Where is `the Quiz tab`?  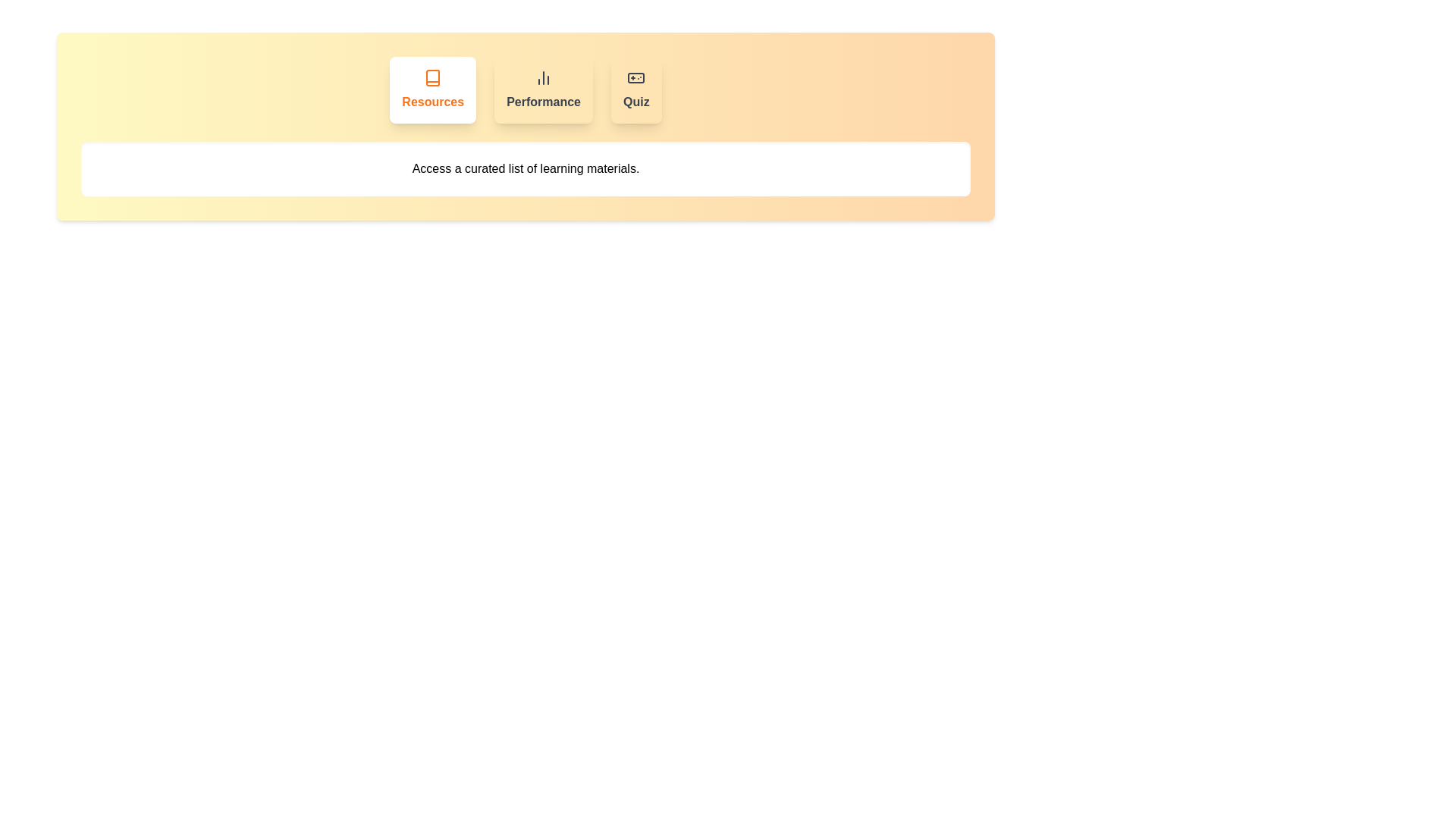
the Quiz tab is located at coordinates (636, 90).